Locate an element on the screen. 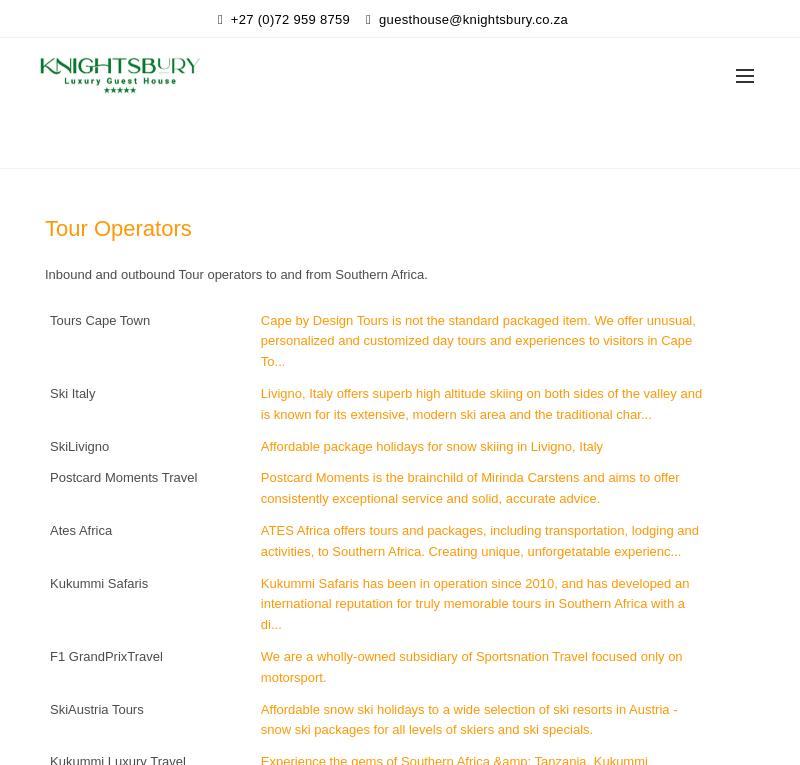 The image size is (800, 765). '/' is located at coordinates (401, 142).